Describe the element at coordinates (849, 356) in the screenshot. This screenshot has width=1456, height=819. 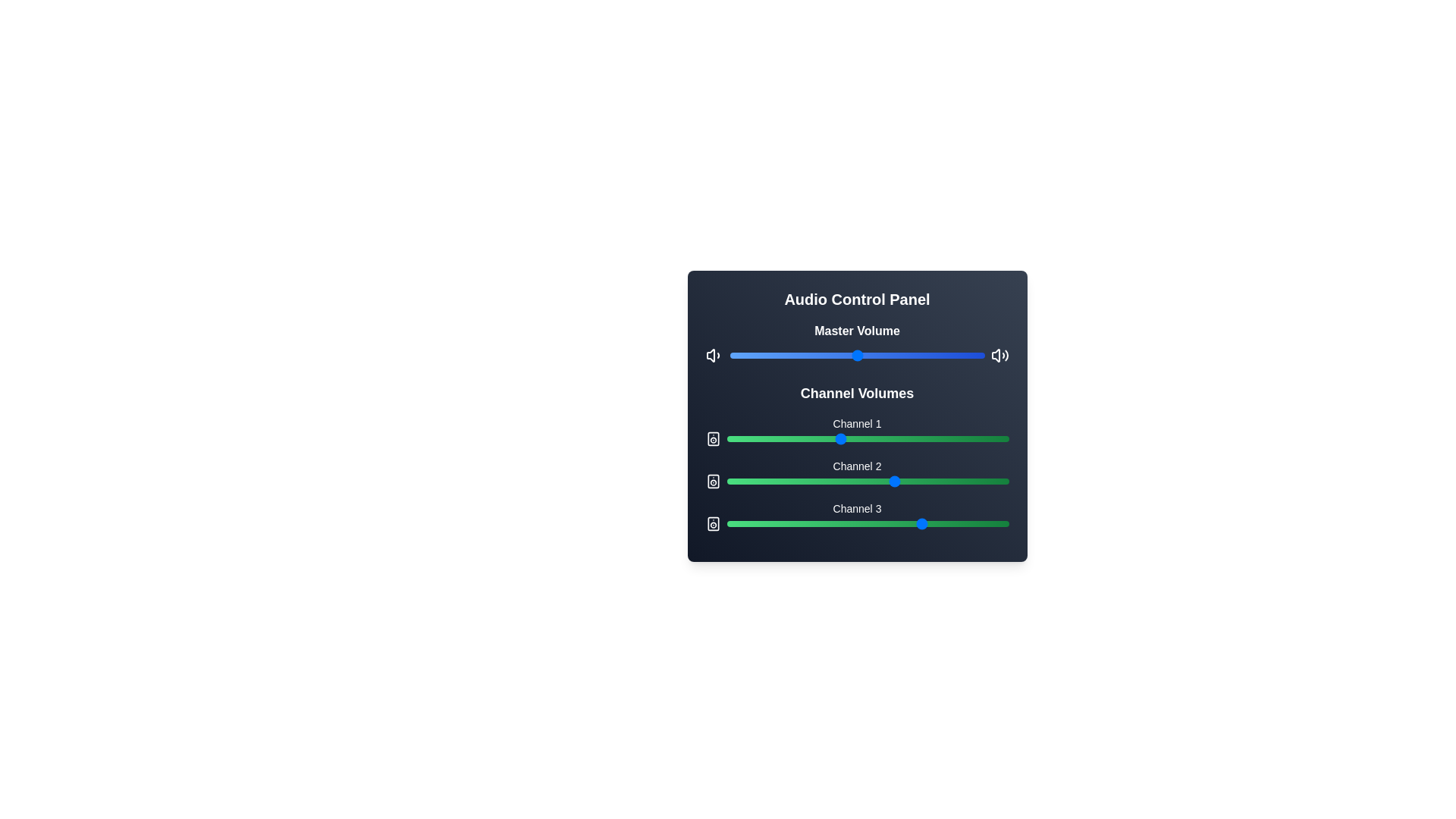
I see `the master volume` at that location.